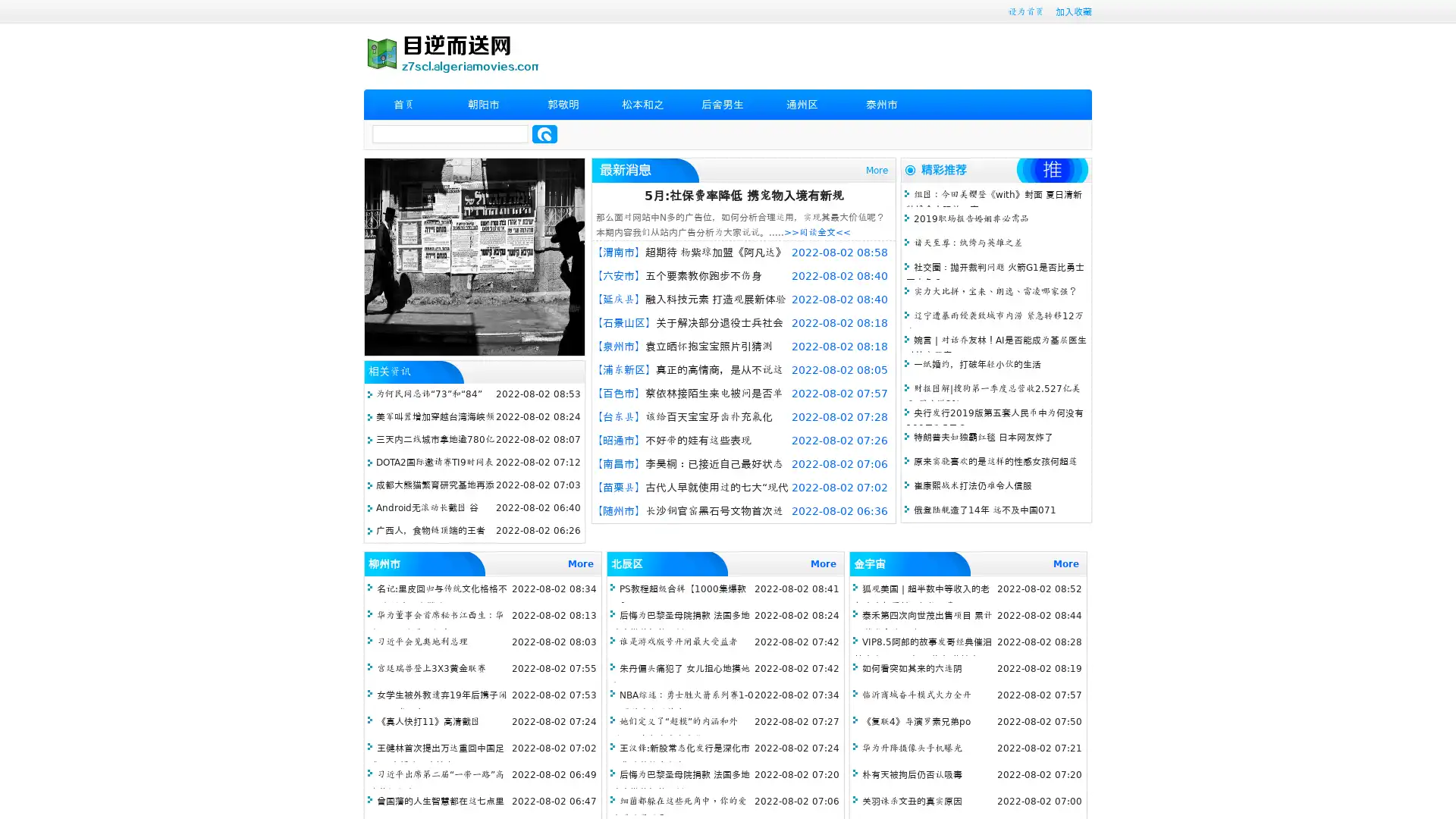 This screenshot has width=1456, height=819. What do you see at coordinates (544, 133) in the screenshot?
I see `Search` at bounding box center [544, 133].